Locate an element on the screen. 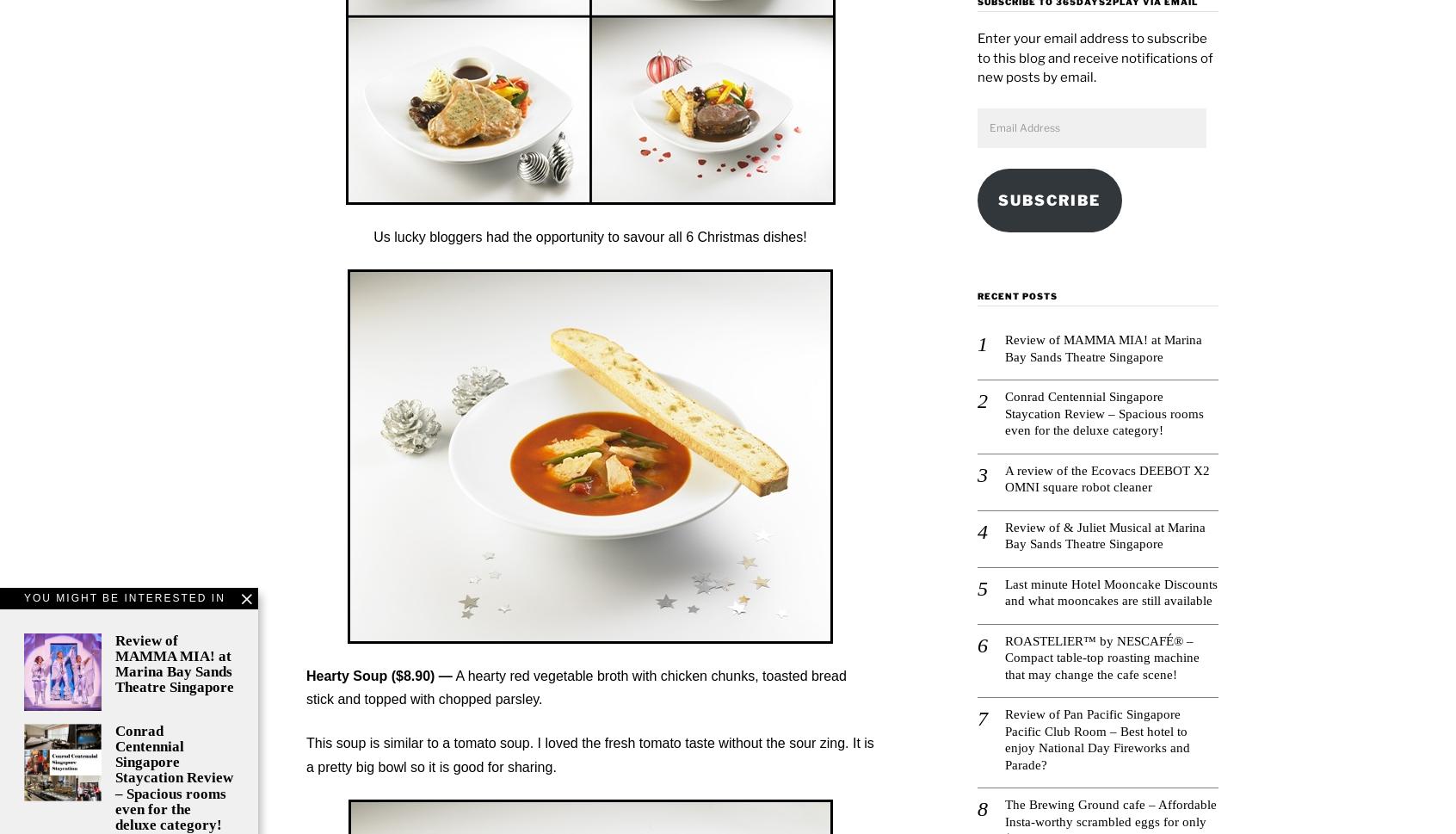 The image size is (1456, 834). 'Us lucky bloggers had the opportunity to savour all 6 Christmas dishes!' is located at coordinates (589, 236).